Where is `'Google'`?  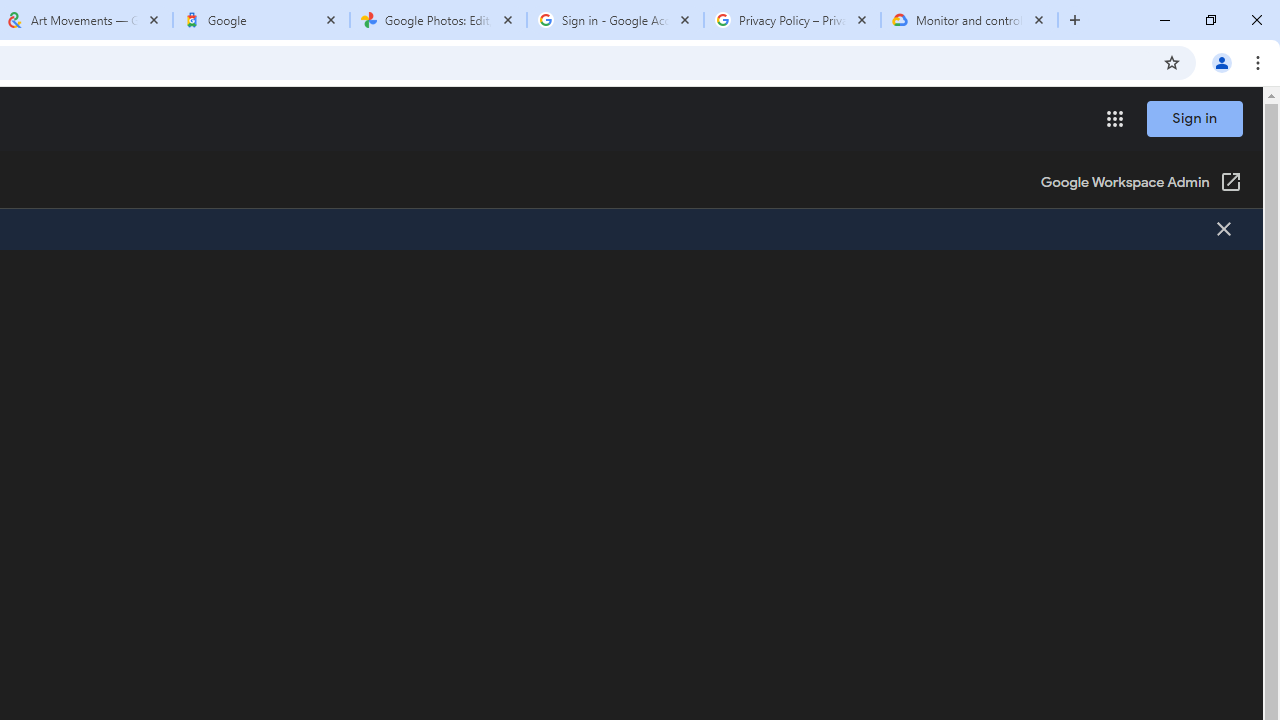
'Google' is located at coordinates (260, 20).